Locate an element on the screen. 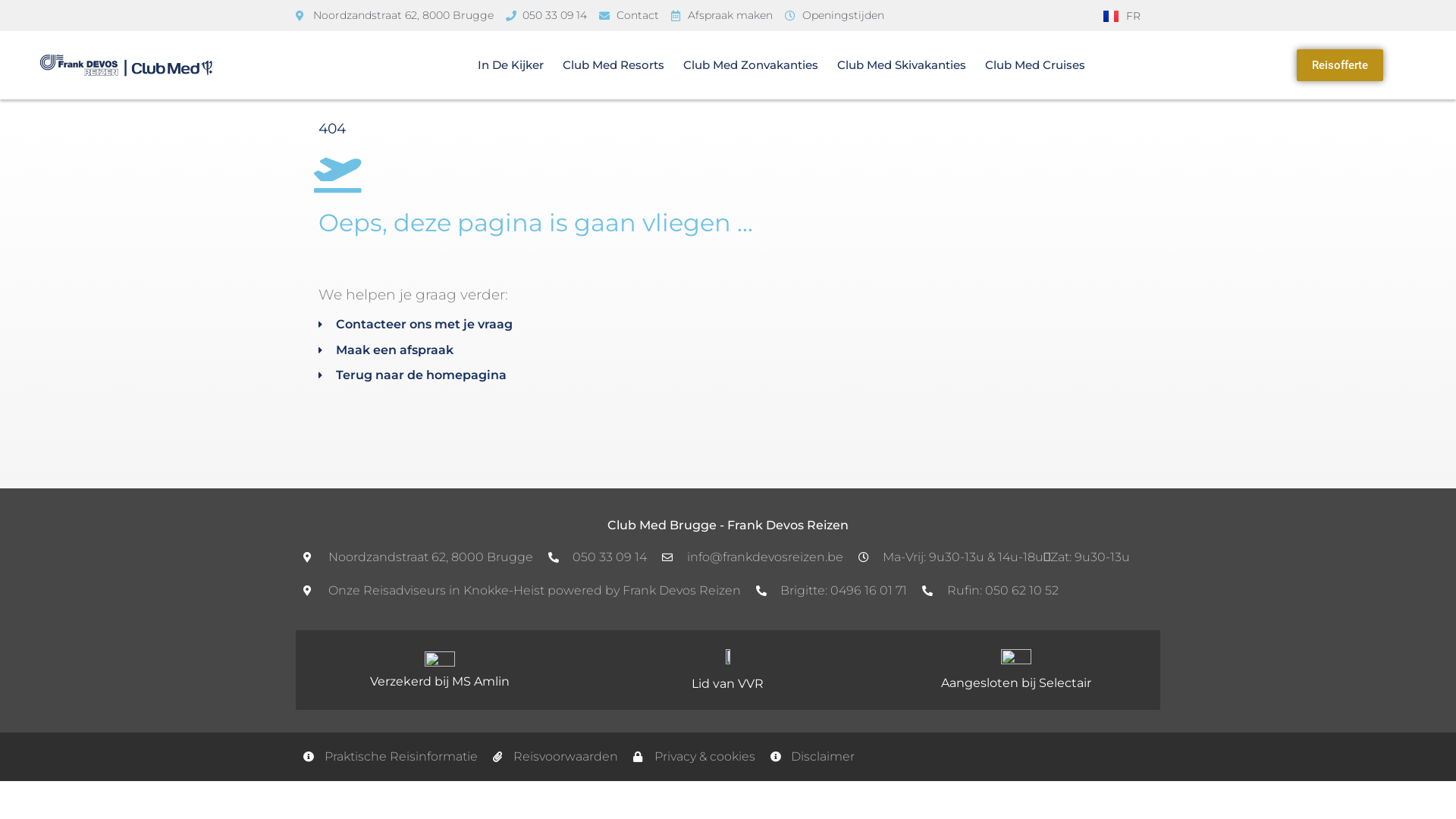 The image size is (1456, 819). 'Club Med Zonvakanties' is located at coordinates (750, 64).